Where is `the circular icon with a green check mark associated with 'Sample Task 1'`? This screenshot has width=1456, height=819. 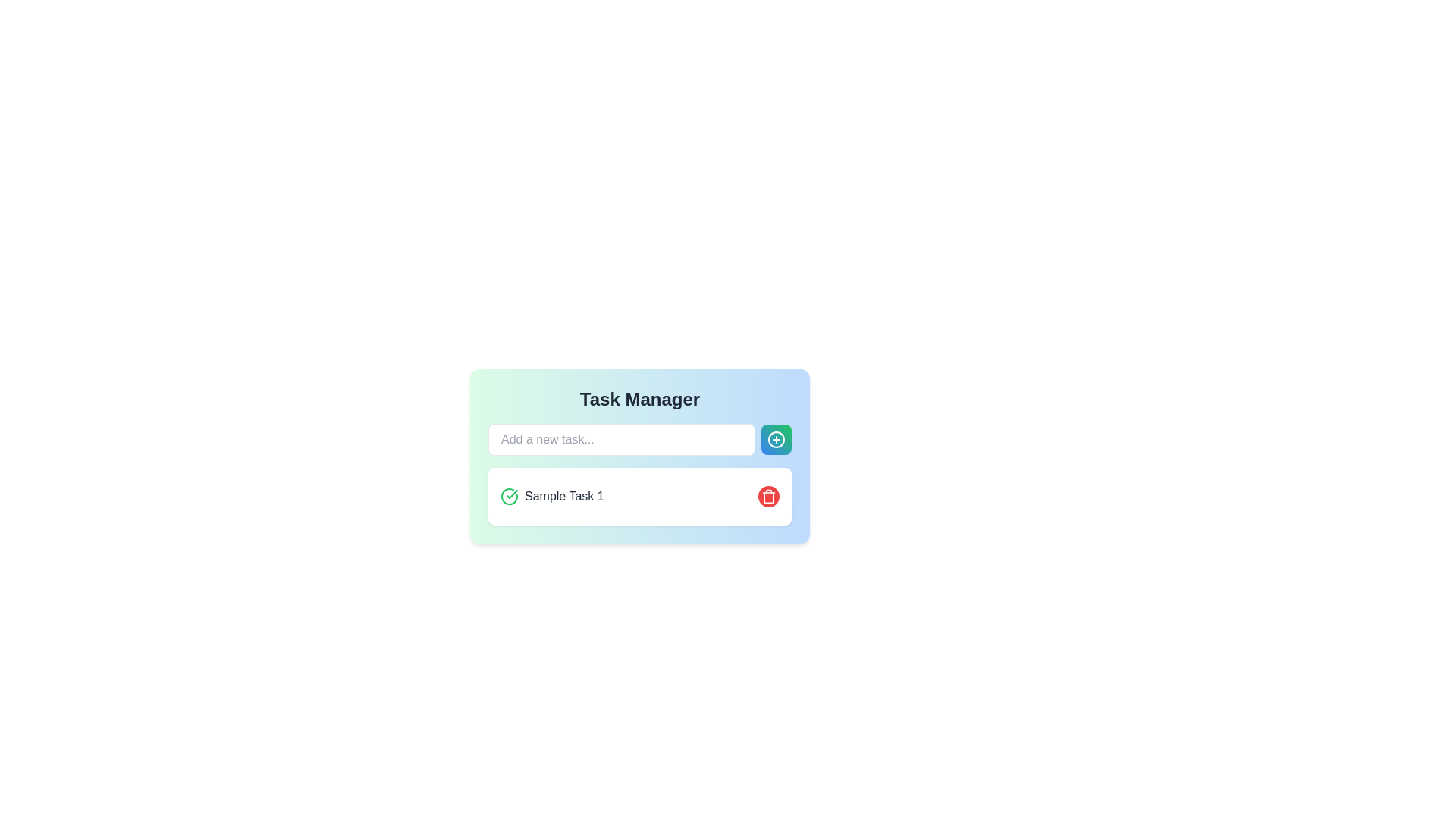
the circular icon with a green check mark associated with 'Sample Task 1' is located at coordinates (510, 497).